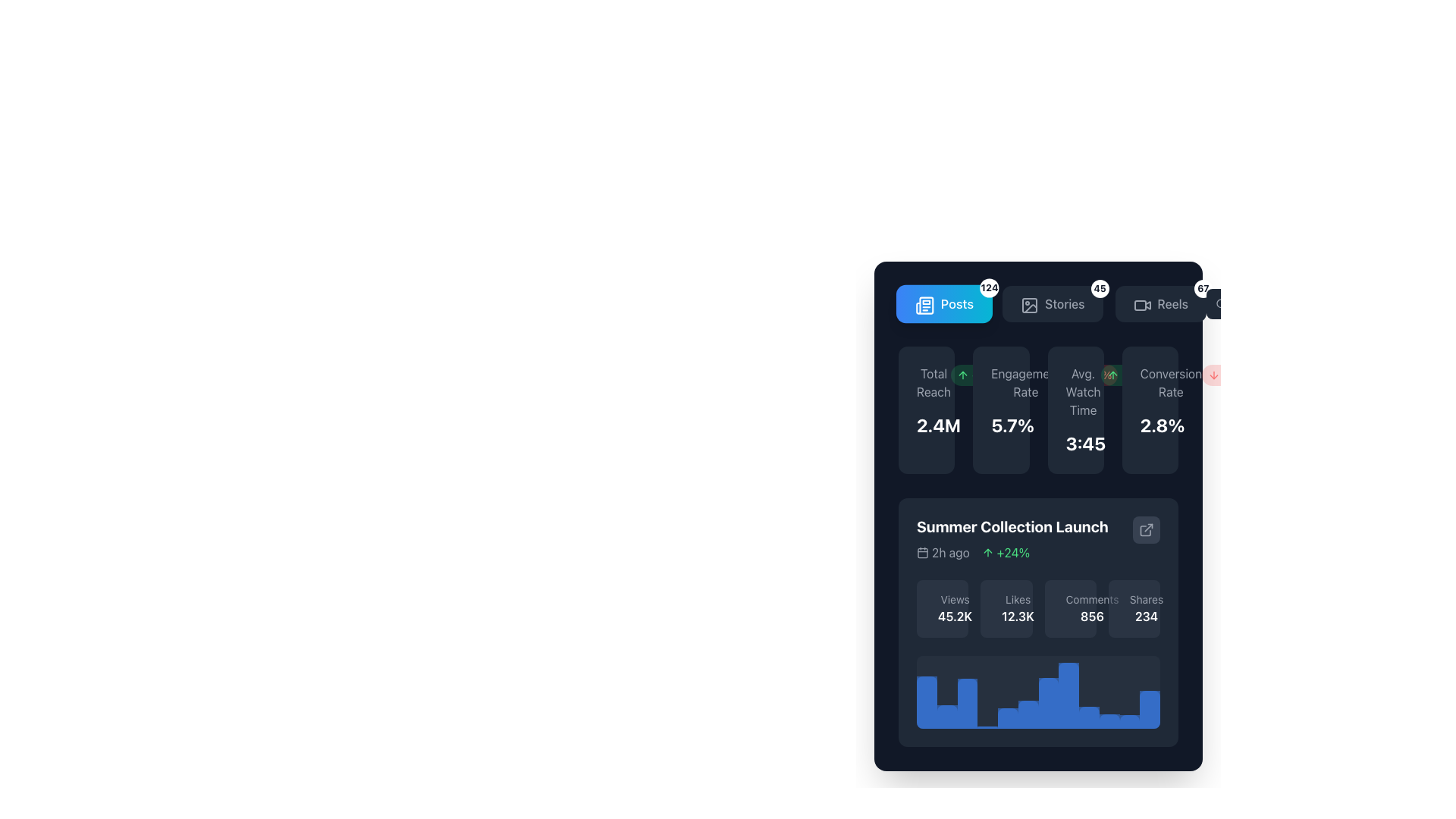 The image size is (1456, 819). What do you see at coordinates (1147, 598) in the screenshot?
I see `the text label titled 'Shares' displaying the number '234' located at the far-right of a row of similar components` at bounding box center [1147, 598].